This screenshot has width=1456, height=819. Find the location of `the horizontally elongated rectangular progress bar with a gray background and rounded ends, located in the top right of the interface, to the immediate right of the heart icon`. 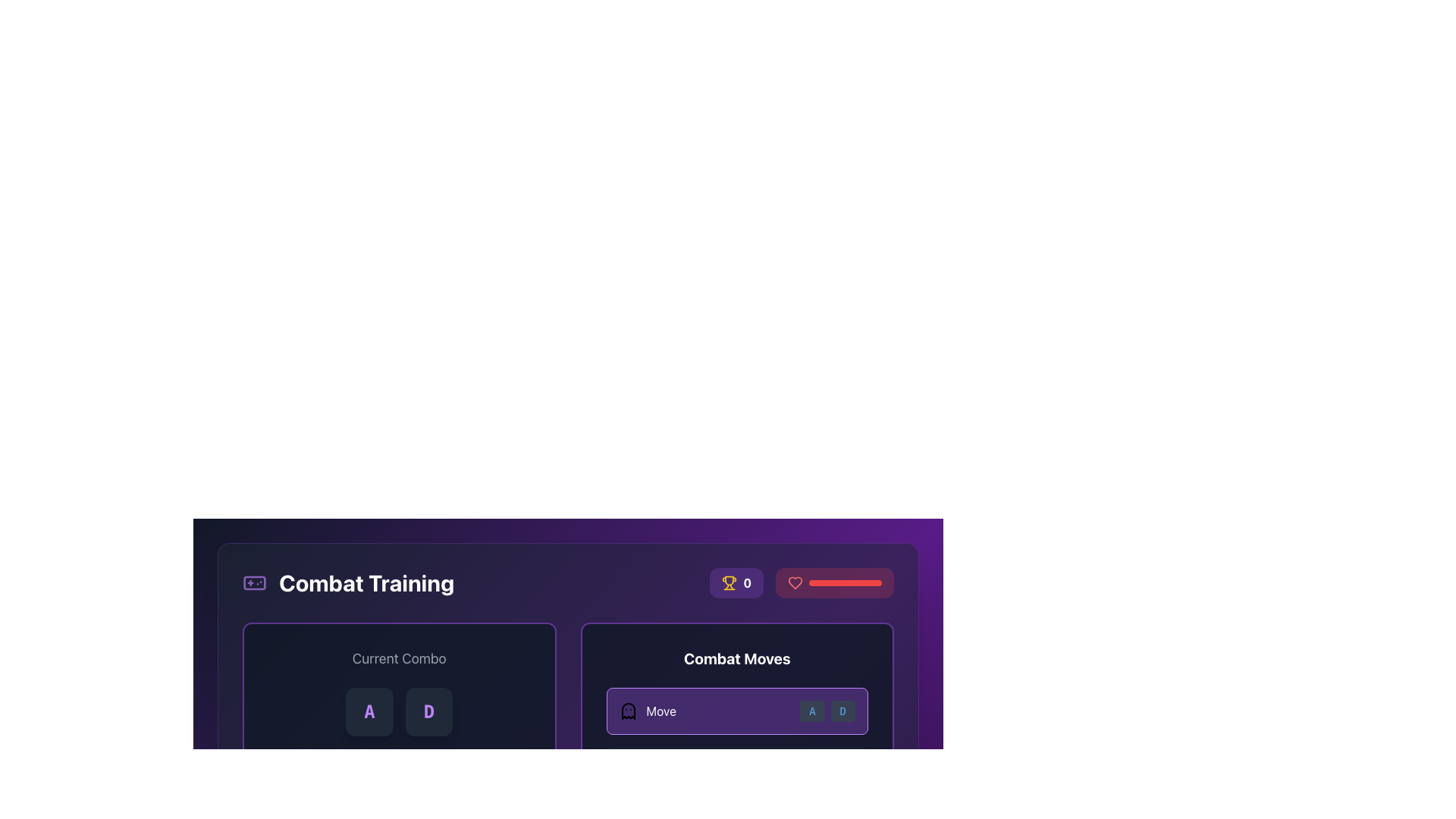

the horizontally elongated rectangular progress bar with a gray background and rounded ends, located in the top right of the interface, to the immediate right of the heart icon is located at coordinates (844, 582).